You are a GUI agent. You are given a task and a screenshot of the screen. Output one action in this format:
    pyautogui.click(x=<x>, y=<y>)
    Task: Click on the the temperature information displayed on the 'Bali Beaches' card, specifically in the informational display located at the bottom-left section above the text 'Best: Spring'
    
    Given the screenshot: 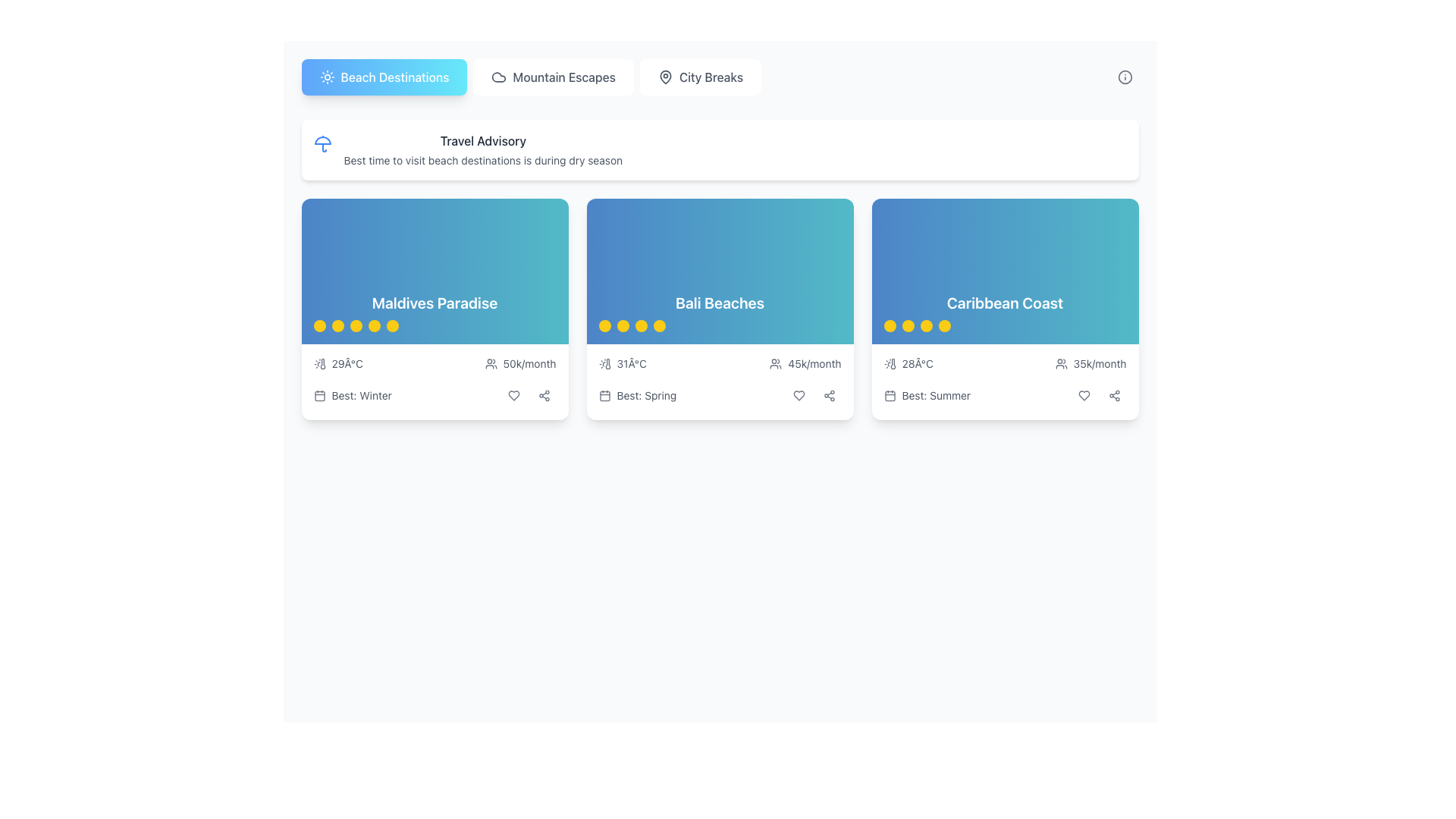 What is the action you would take?
    pyautogui.click(x=623, y=363)
    